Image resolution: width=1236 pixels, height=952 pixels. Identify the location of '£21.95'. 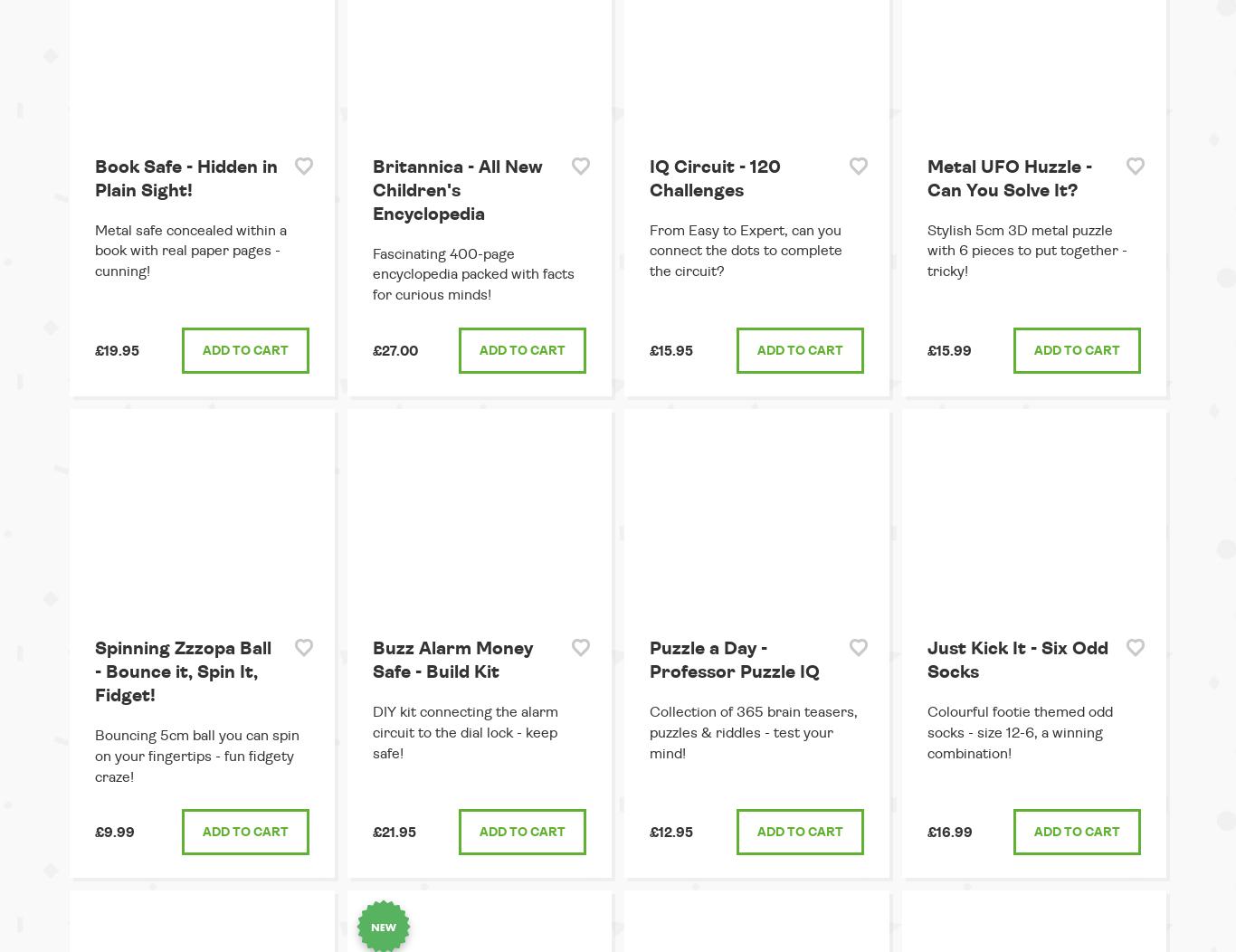
(392, 833).